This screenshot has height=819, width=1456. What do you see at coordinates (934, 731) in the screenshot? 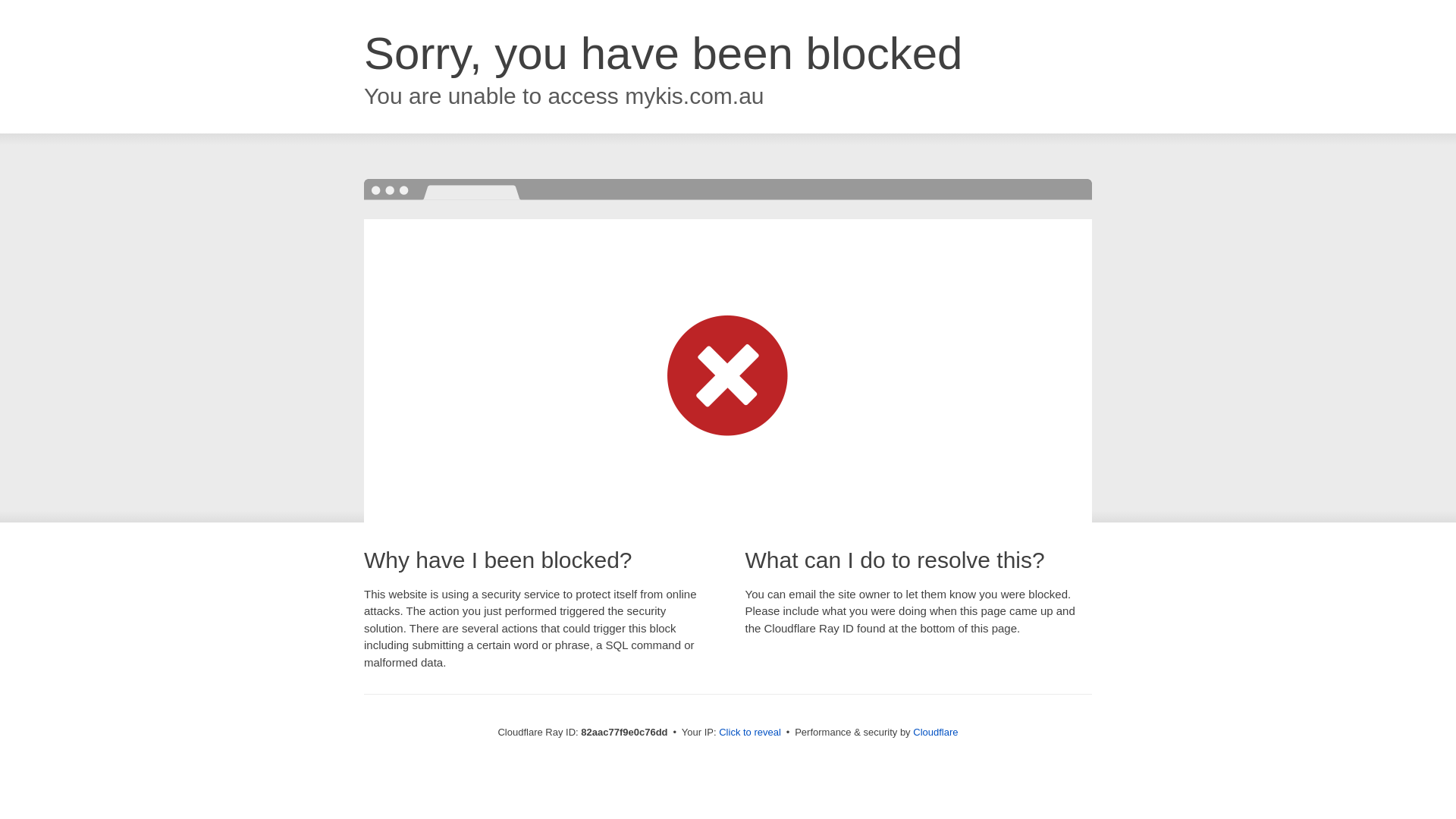
I see `'Cloudflare'` at bounding box center [934, 731].